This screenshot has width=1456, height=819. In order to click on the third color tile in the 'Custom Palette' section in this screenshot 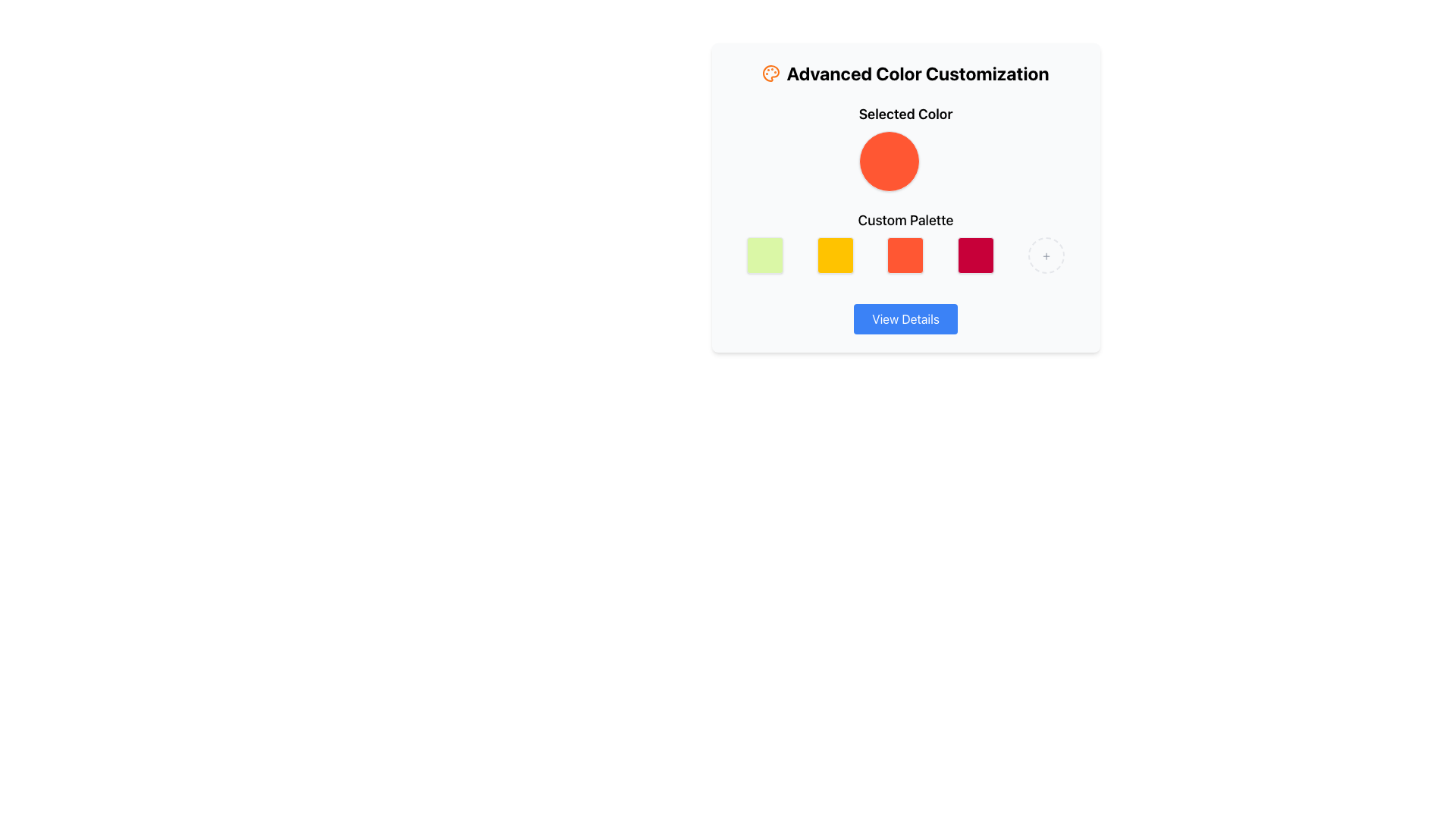, I will do `click(905, 241)`.